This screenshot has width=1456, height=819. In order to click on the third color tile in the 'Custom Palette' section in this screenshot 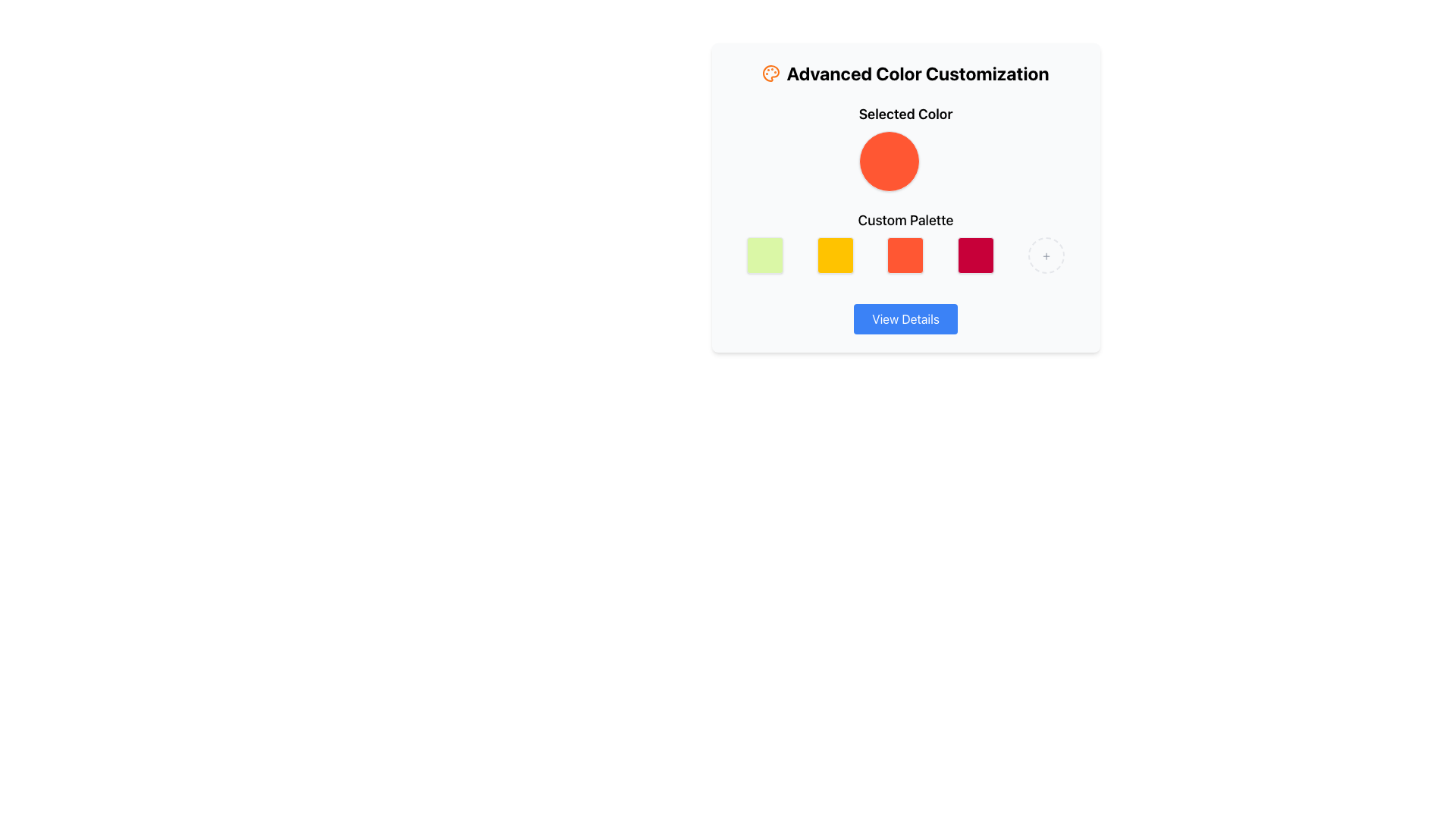, I will do `click(905, 241)`.